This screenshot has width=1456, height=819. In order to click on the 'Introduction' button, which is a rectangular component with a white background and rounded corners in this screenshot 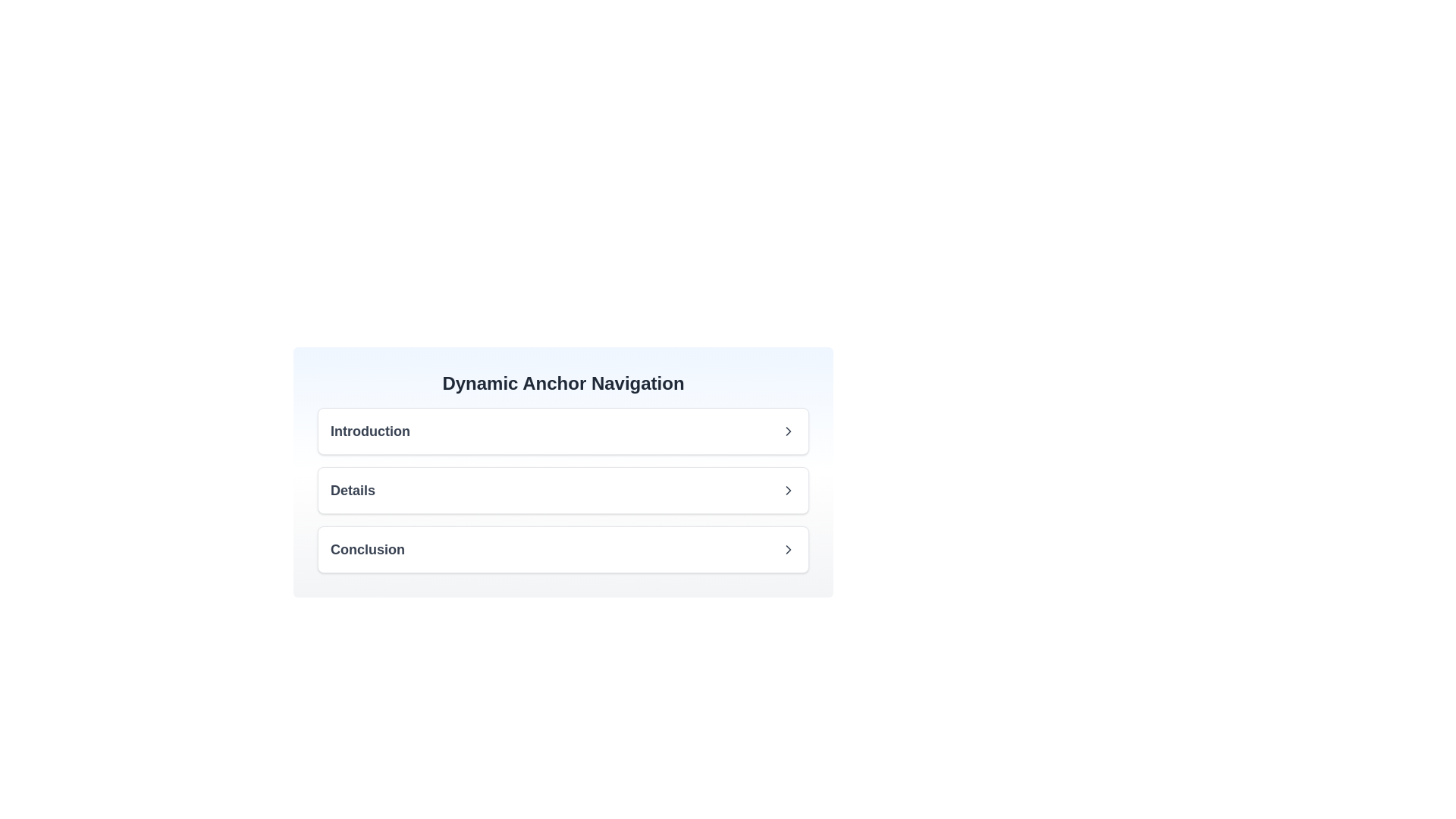, I will do `click(563, 431)`.